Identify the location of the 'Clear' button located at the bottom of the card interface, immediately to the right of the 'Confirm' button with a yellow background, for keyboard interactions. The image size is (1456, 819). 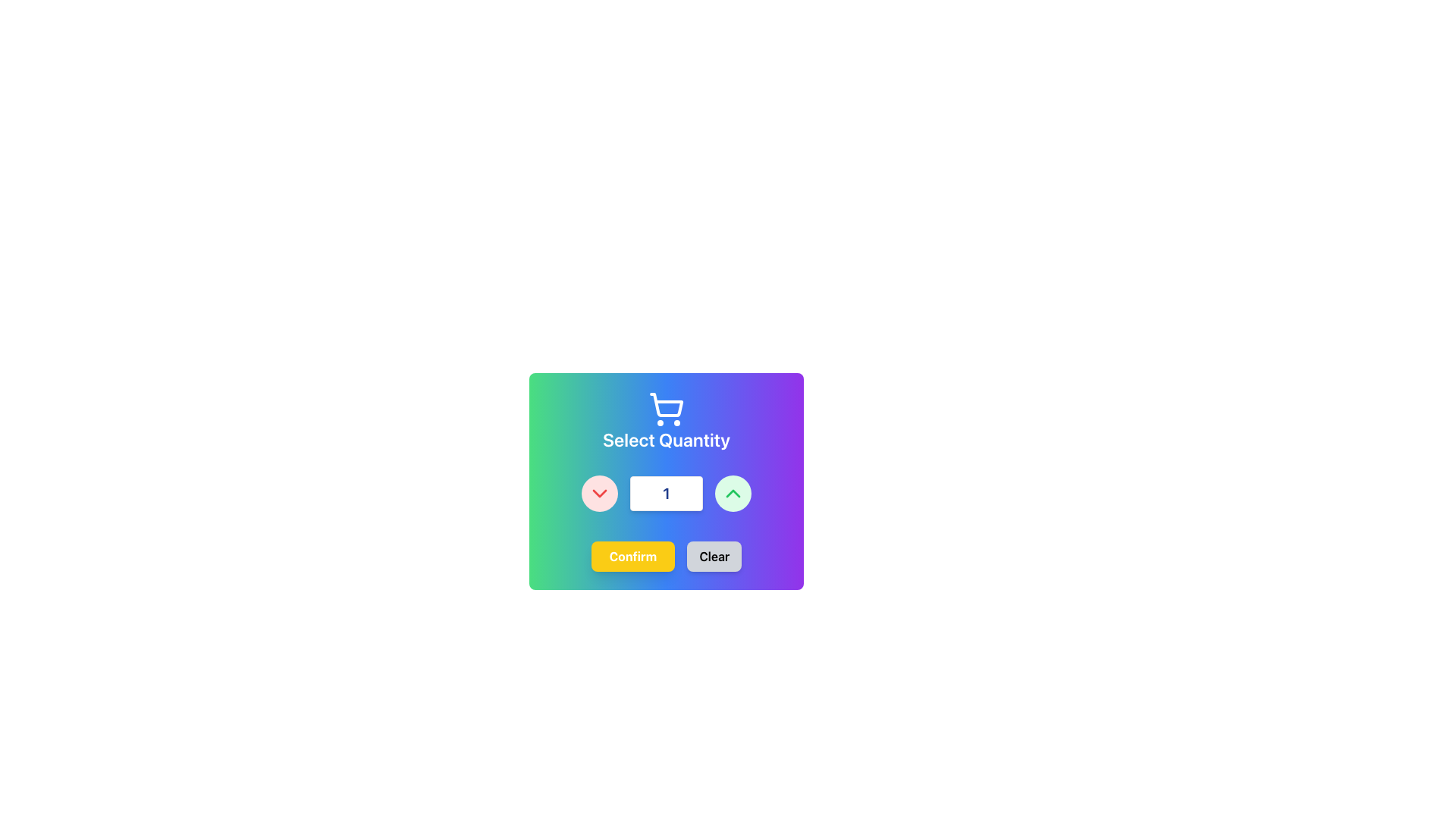
(714, 556).